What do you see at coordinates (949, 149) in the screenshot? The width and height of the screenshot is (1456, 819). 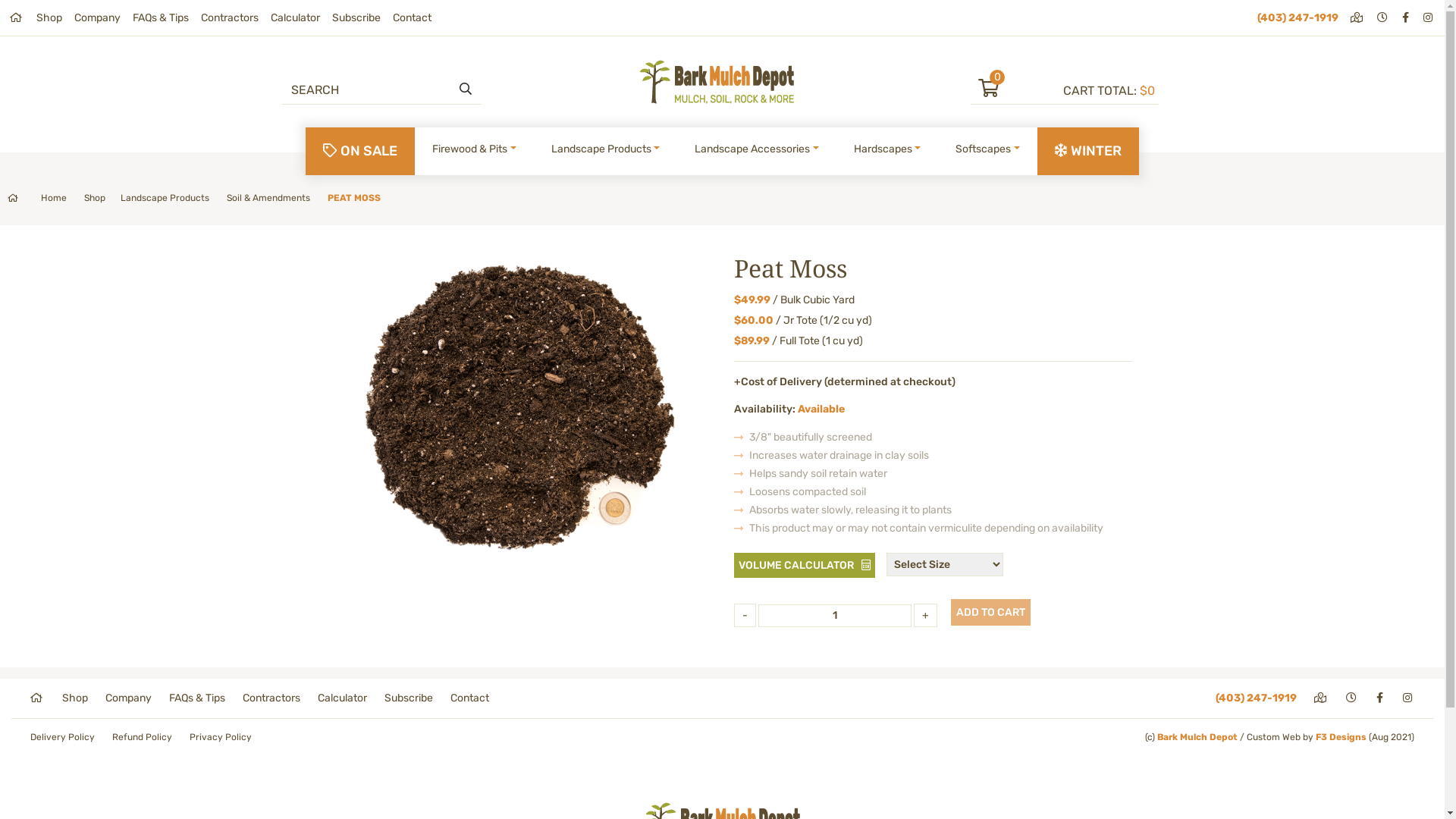 I see `'Softscapes'` at bounding box center [949, 149].